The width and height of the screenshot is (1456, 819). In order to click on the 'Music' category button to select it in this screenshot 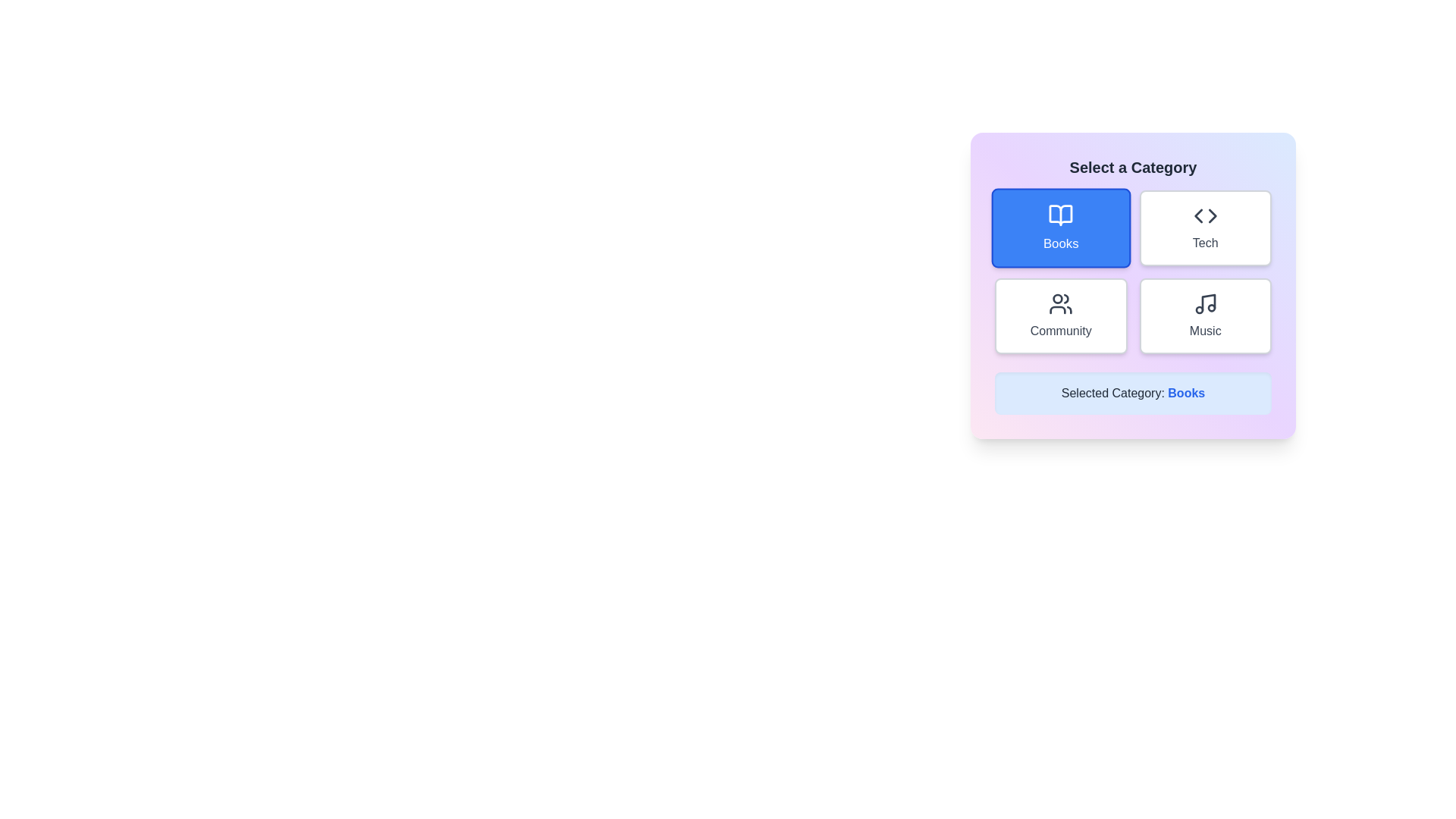, I will do `click(1204, 315)`.